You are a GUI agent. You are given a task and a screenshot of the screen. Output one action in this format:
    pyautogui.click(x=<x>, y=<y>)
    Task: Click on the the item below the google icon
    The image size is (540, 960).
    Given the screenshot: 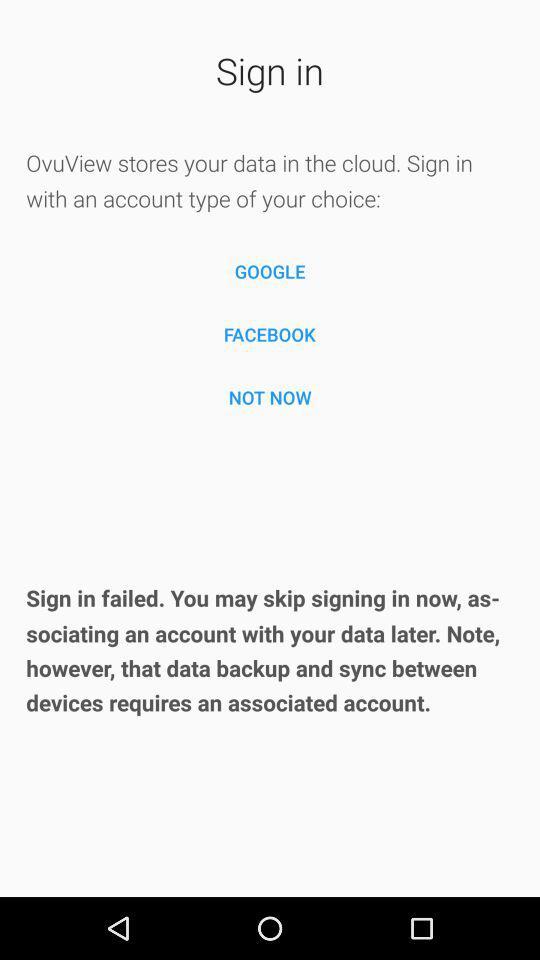 What is the action you would take?
    pyautogui.click(x=269, y=334)
    